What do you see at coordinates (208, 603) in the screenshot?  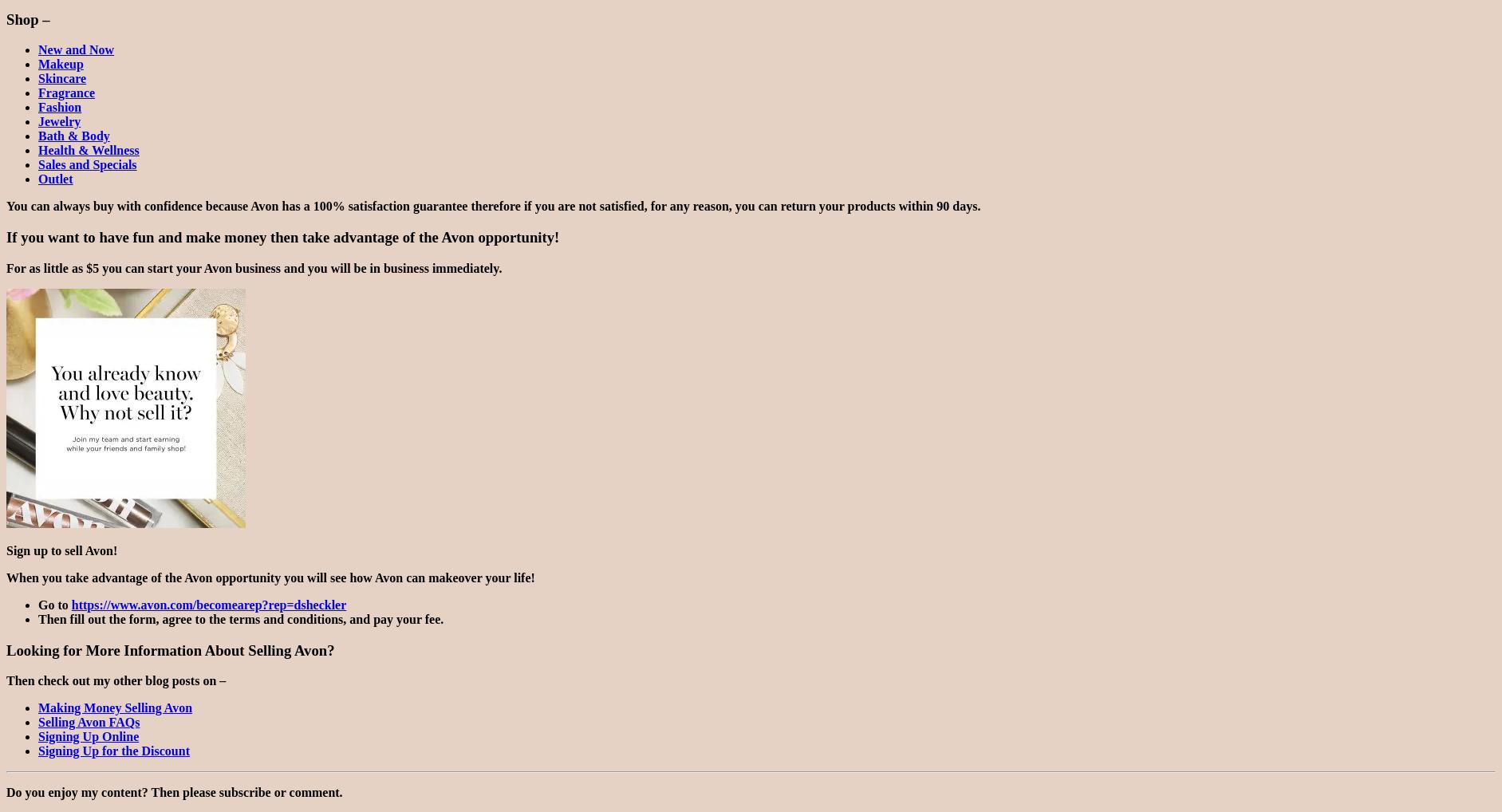 I see `'https://www.avon.com/becomearep?rep=dsheckler'` at bounding box center [208, 603].